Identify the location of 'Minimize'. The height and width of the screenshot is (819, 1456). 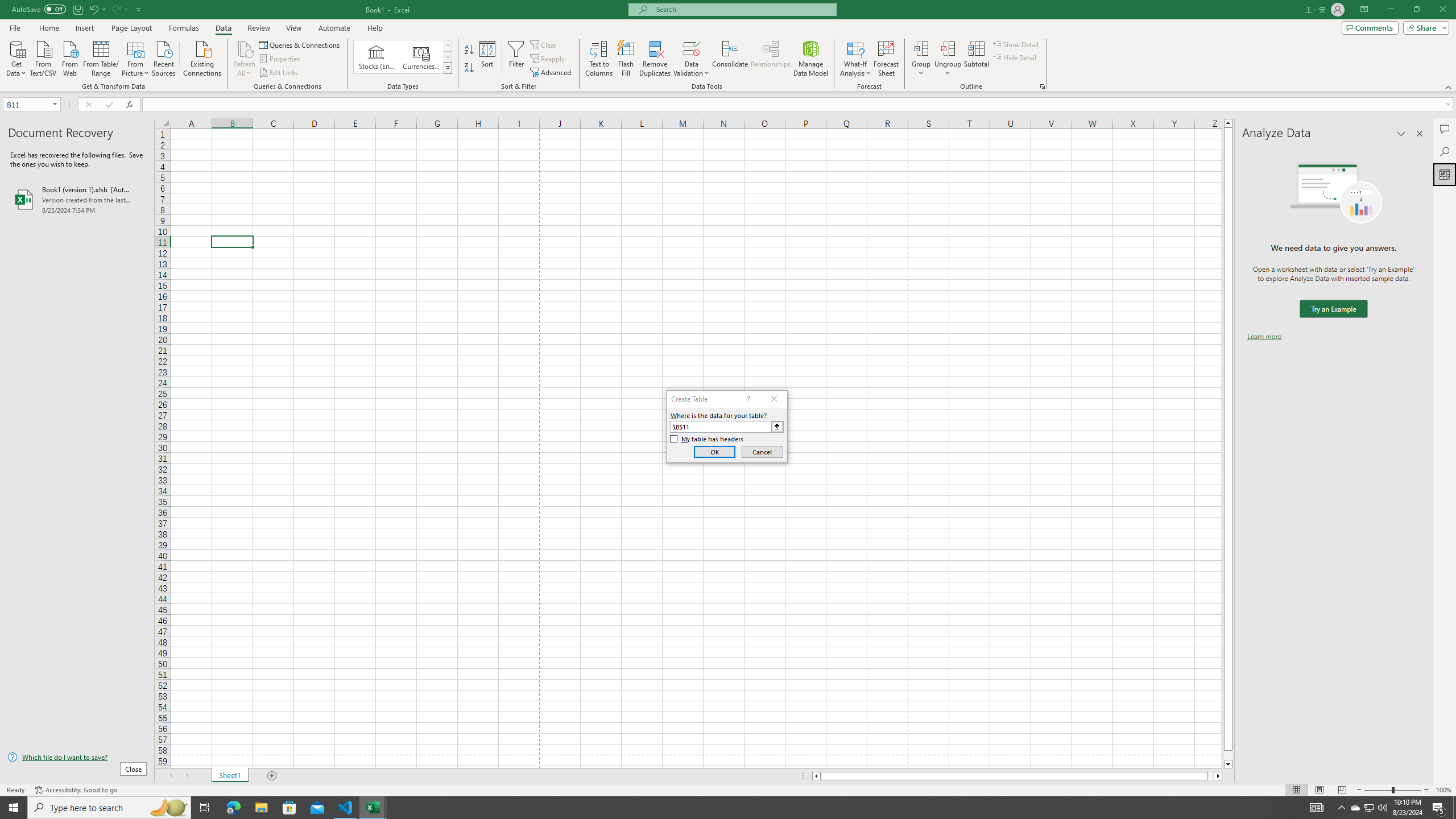
(1389, 9).